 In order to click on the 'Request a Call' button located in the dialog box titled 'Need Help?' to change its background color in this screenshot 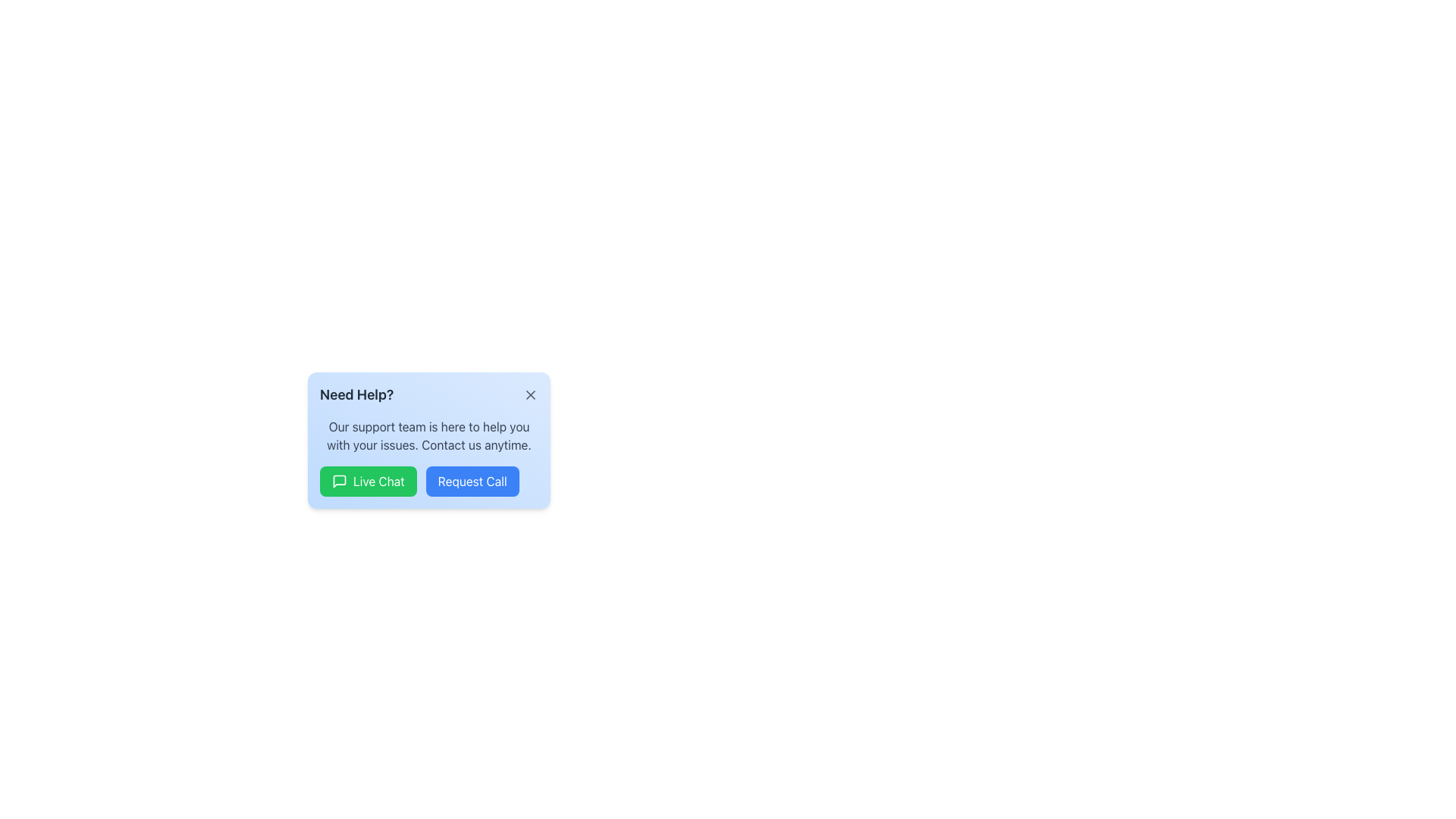, I will do `click(472, 482)`.